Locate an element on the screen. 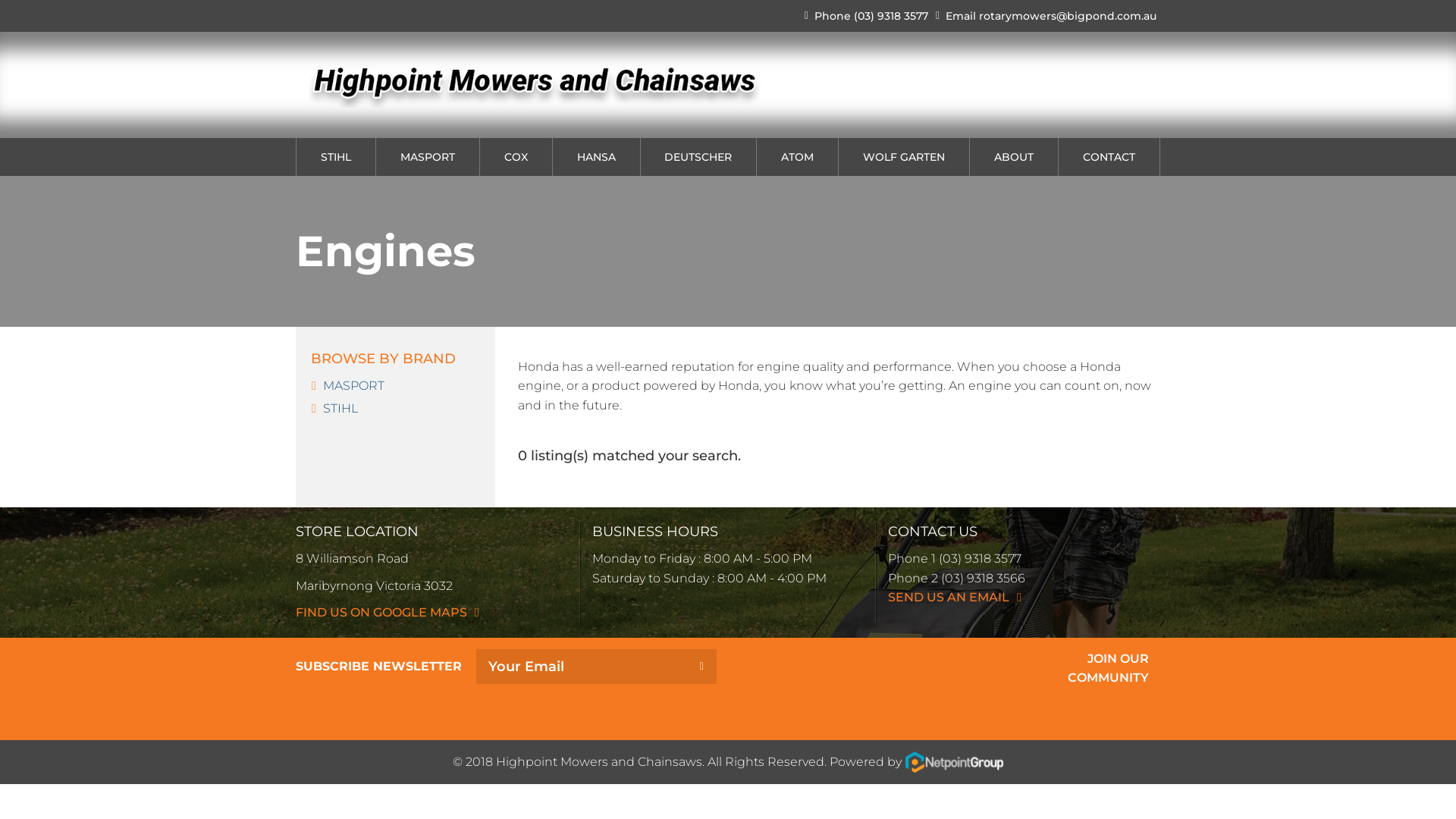 The image size is (1456, 819). 'rotarymowers@bigpond.com.au' is located at coordinates (1066, 15).